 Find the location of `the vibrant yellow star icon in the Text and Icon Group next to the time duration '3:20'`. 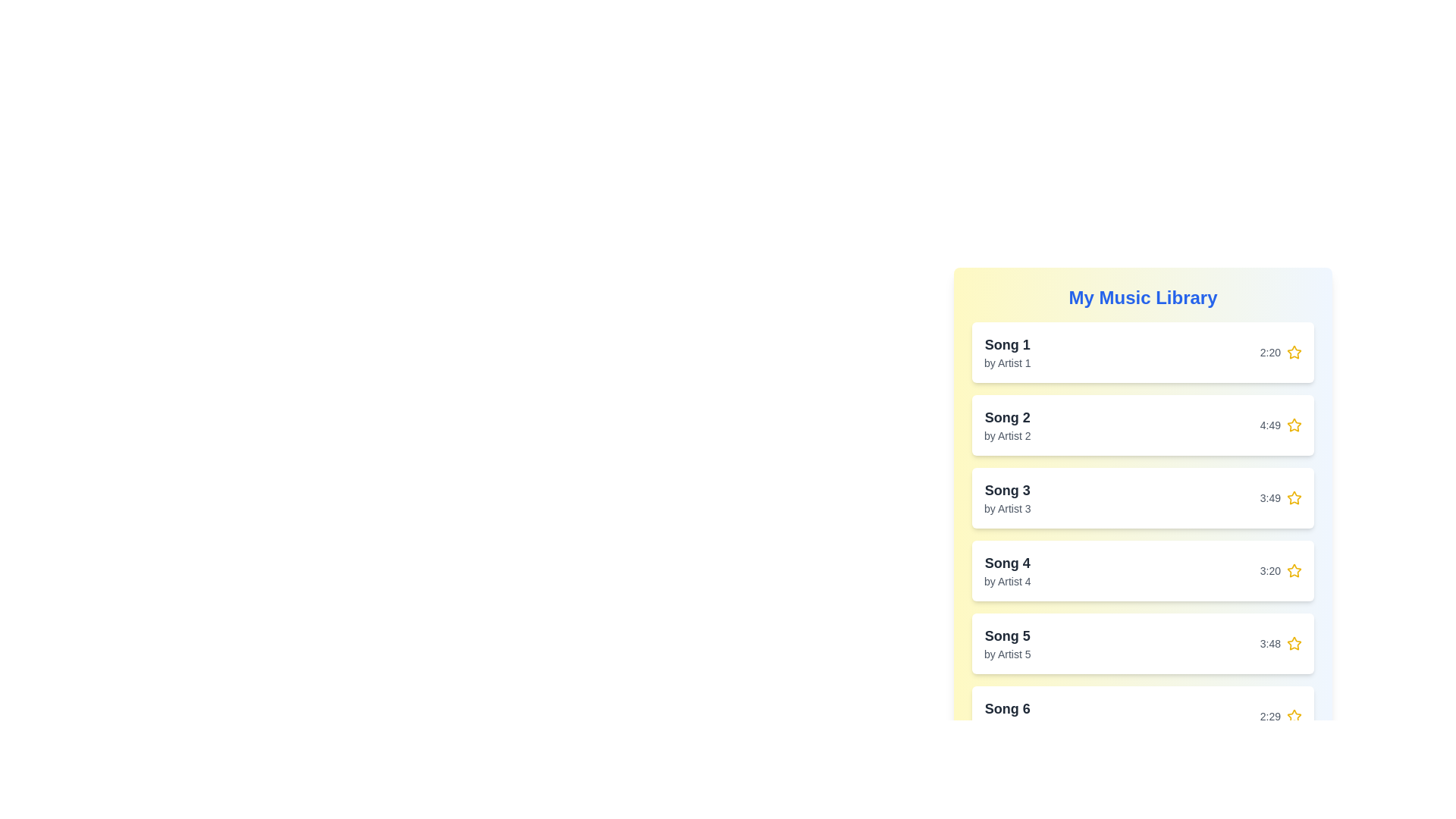

the vibrant yellow star icon in the Text and Icon Group next to the time duration '3:20' is located at coordinates (1280, 570).